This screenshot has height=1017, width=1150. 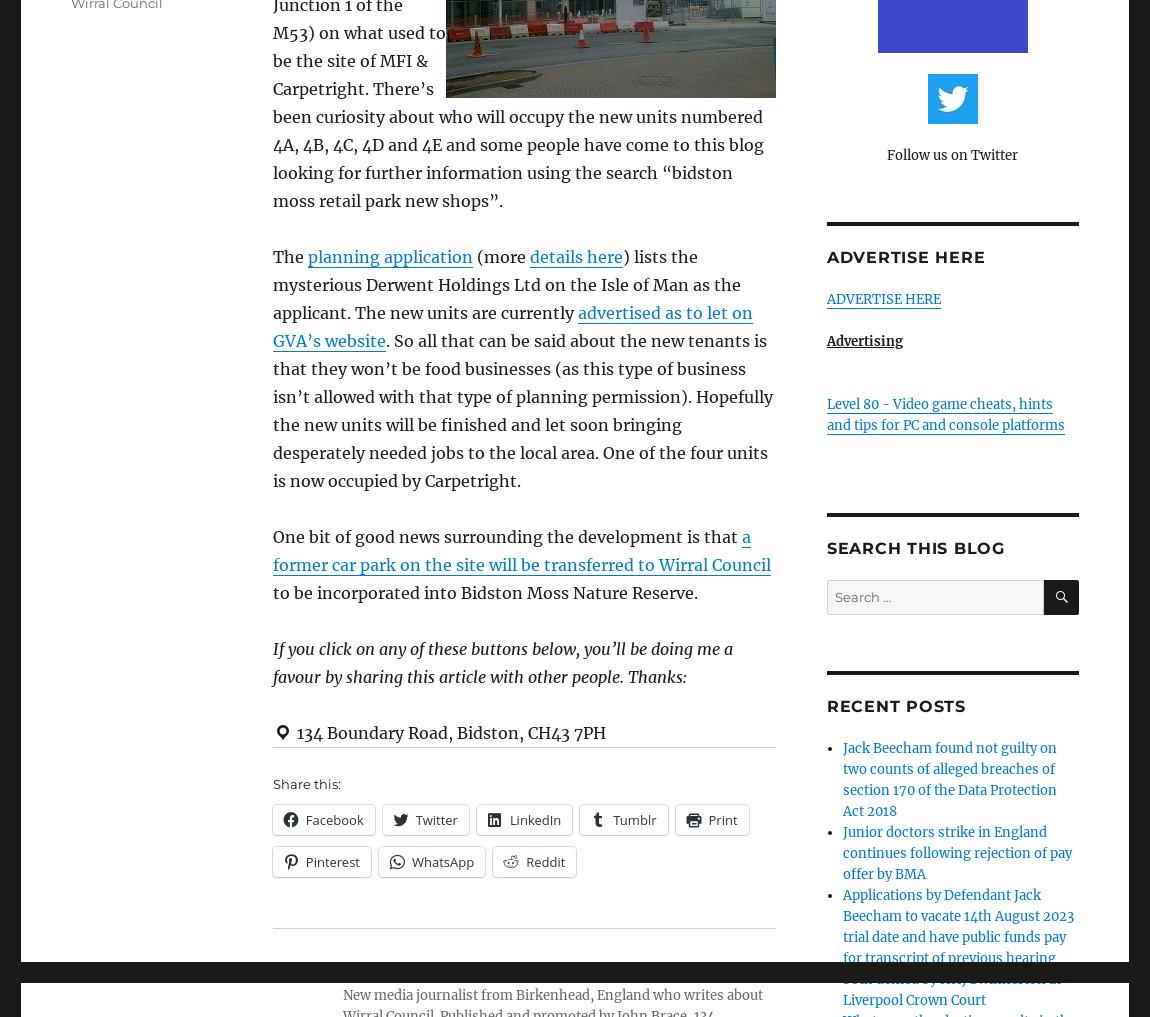 What do you see at coordinates (342, 971) in the screenshot?
I see `'Author:'` at bounding box center [342, 971].